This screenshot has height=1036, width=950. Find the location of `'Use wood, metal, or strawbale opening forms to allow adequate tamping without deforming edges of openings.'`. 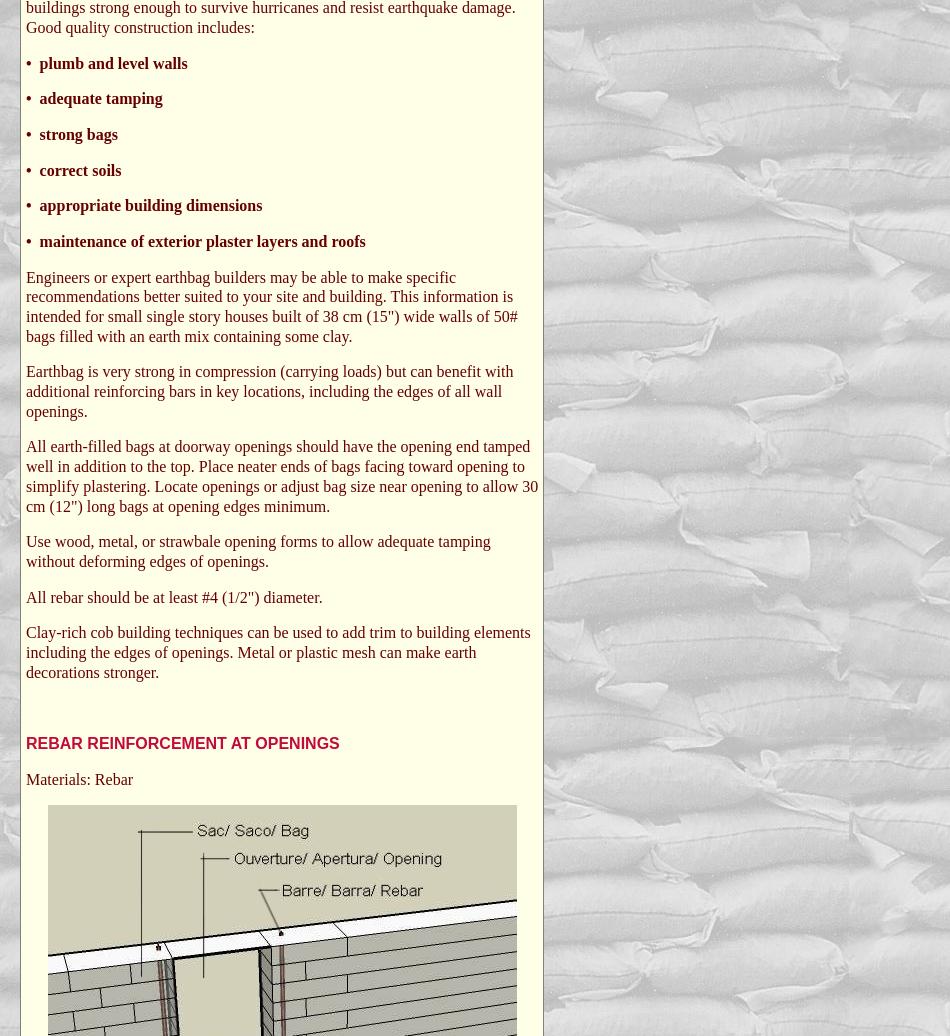

'Use wood, metal, or strawbale opening forms to allow adequate tamping without deforming edges of openings.' is located at coordinates (26, 551).